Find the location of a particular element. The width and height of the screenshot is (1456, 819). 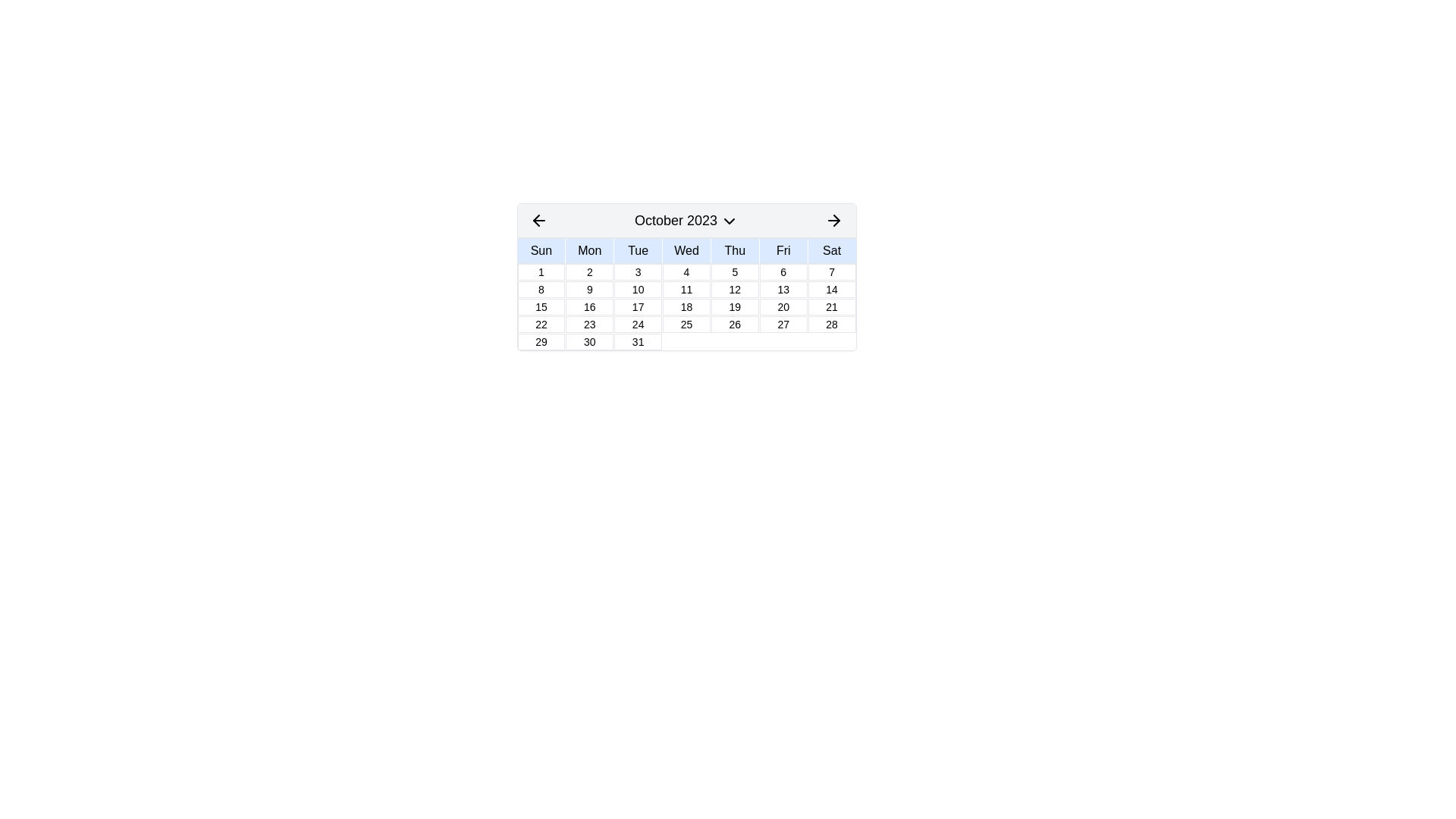

static text element representing the date October 26, 2023, located in the calendar interface under the 'Thu' heading is located at coordinates (735, 324).